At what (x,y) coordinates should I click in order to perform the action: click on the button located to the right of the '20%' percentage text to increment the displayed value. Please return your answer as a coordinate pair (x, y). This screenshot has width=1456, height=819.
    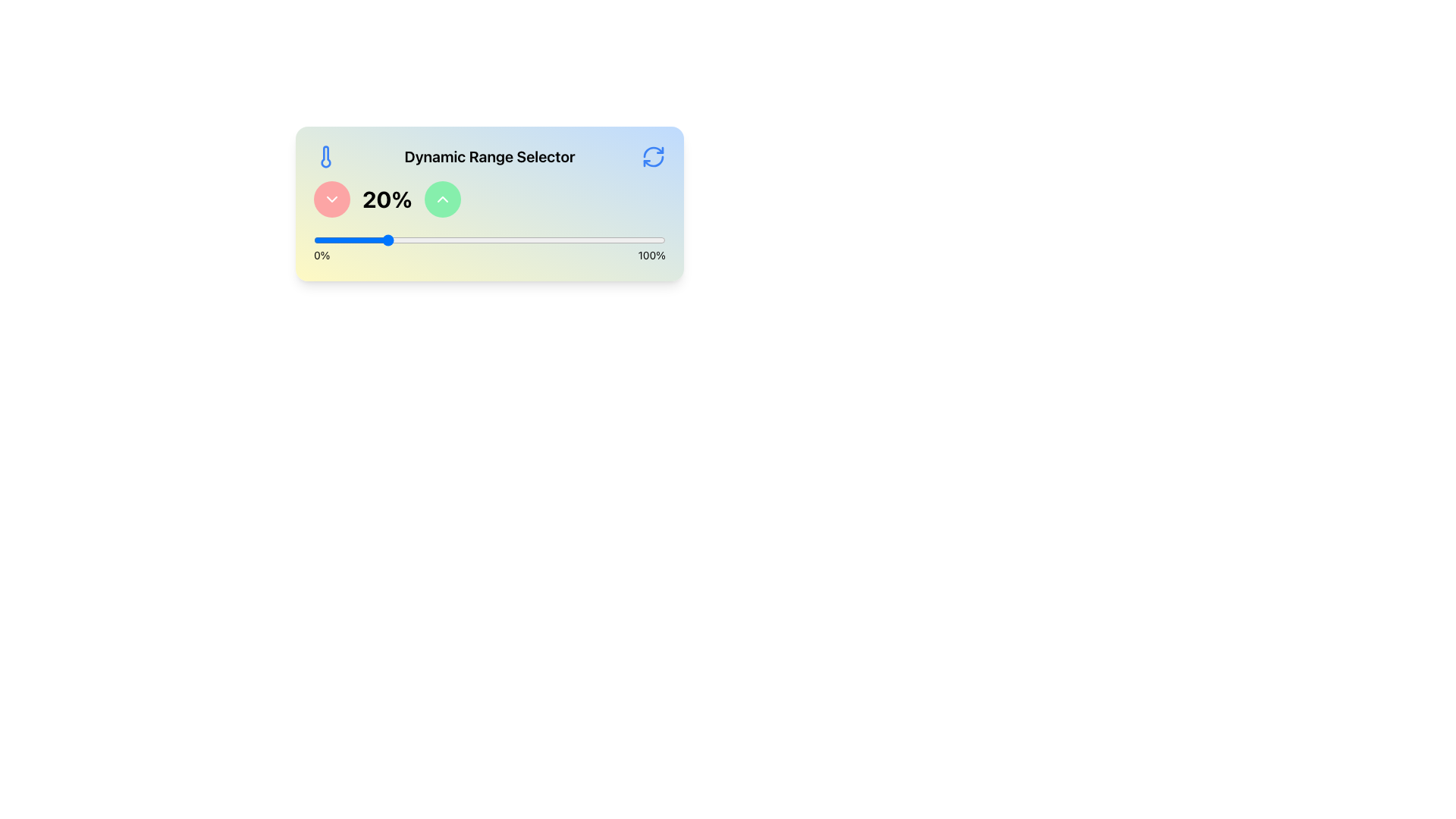
    Looking at the image, I should click on (441, 198).